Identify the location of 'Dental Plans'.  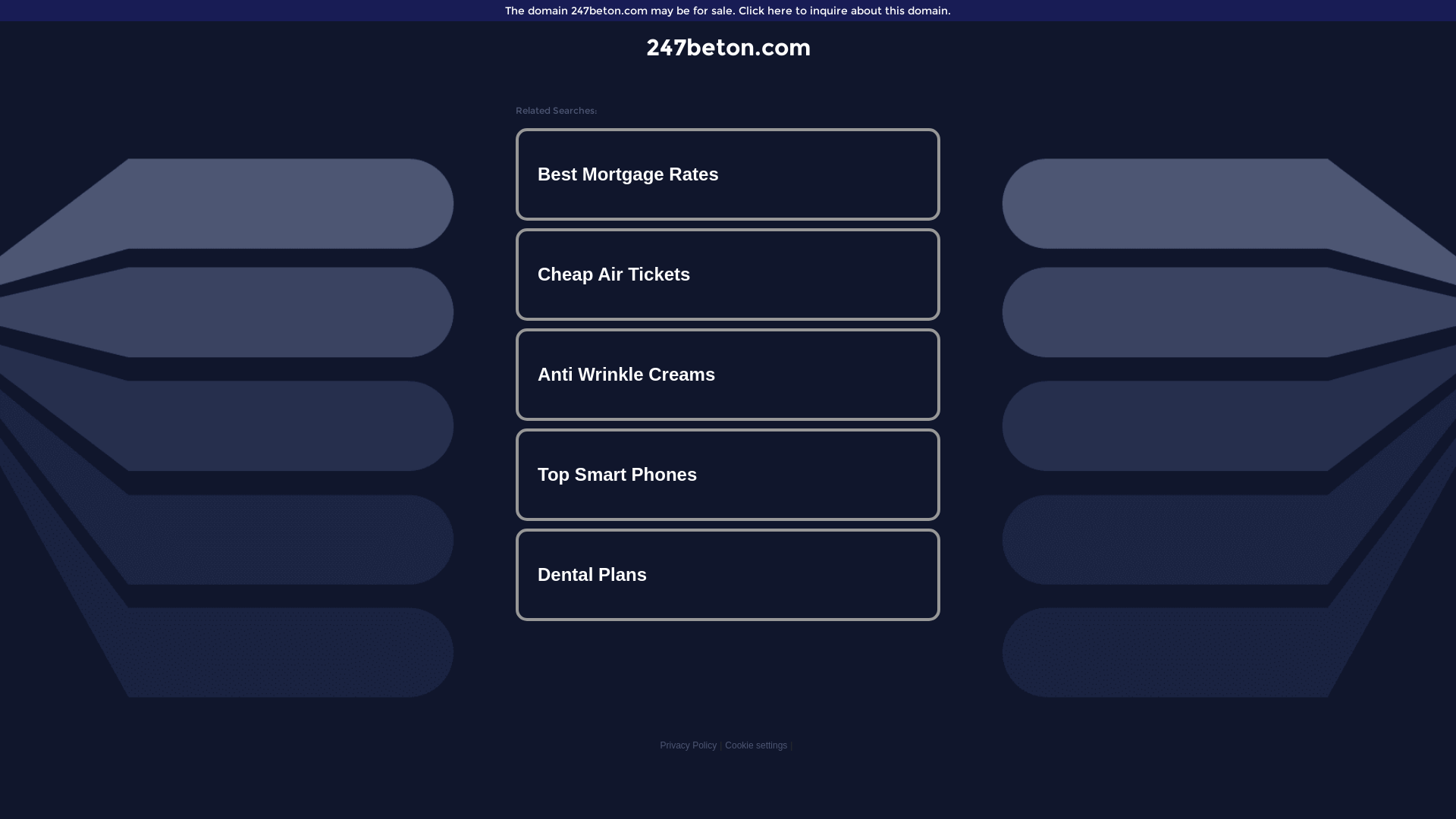
(728, 575).